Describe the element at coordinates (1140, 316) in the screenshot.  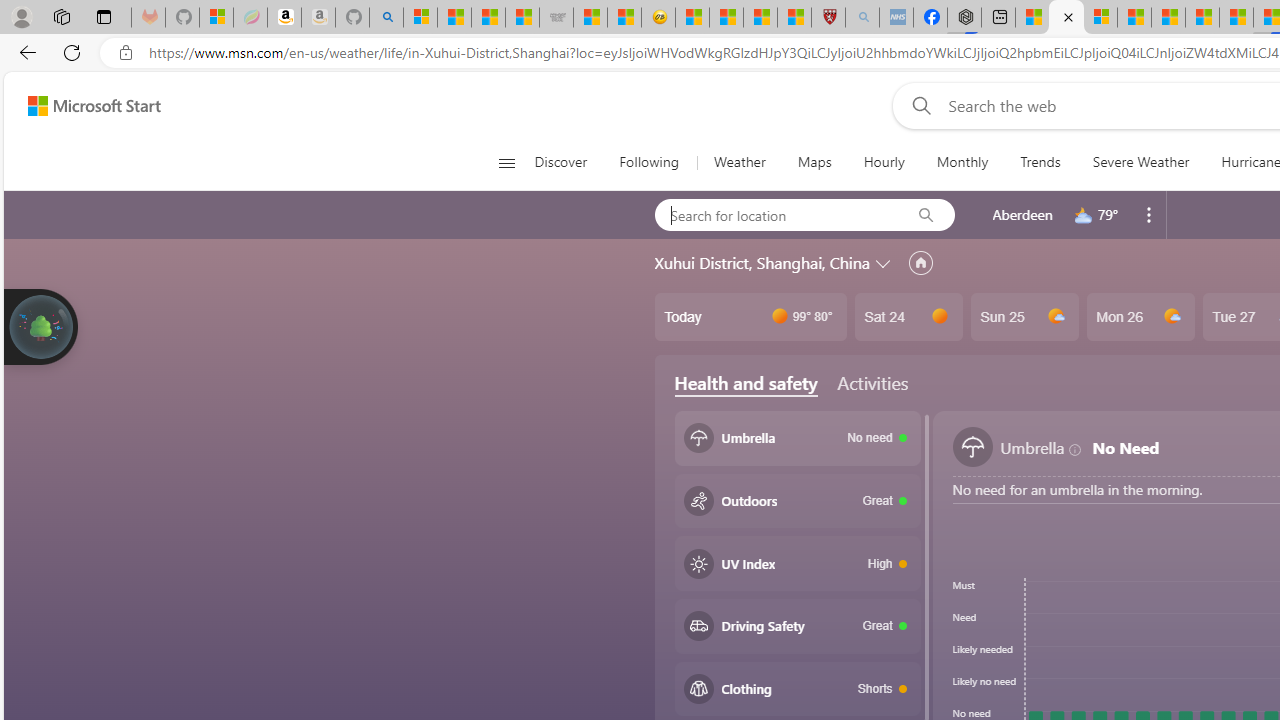
I see `'Mon 26'` at that location.